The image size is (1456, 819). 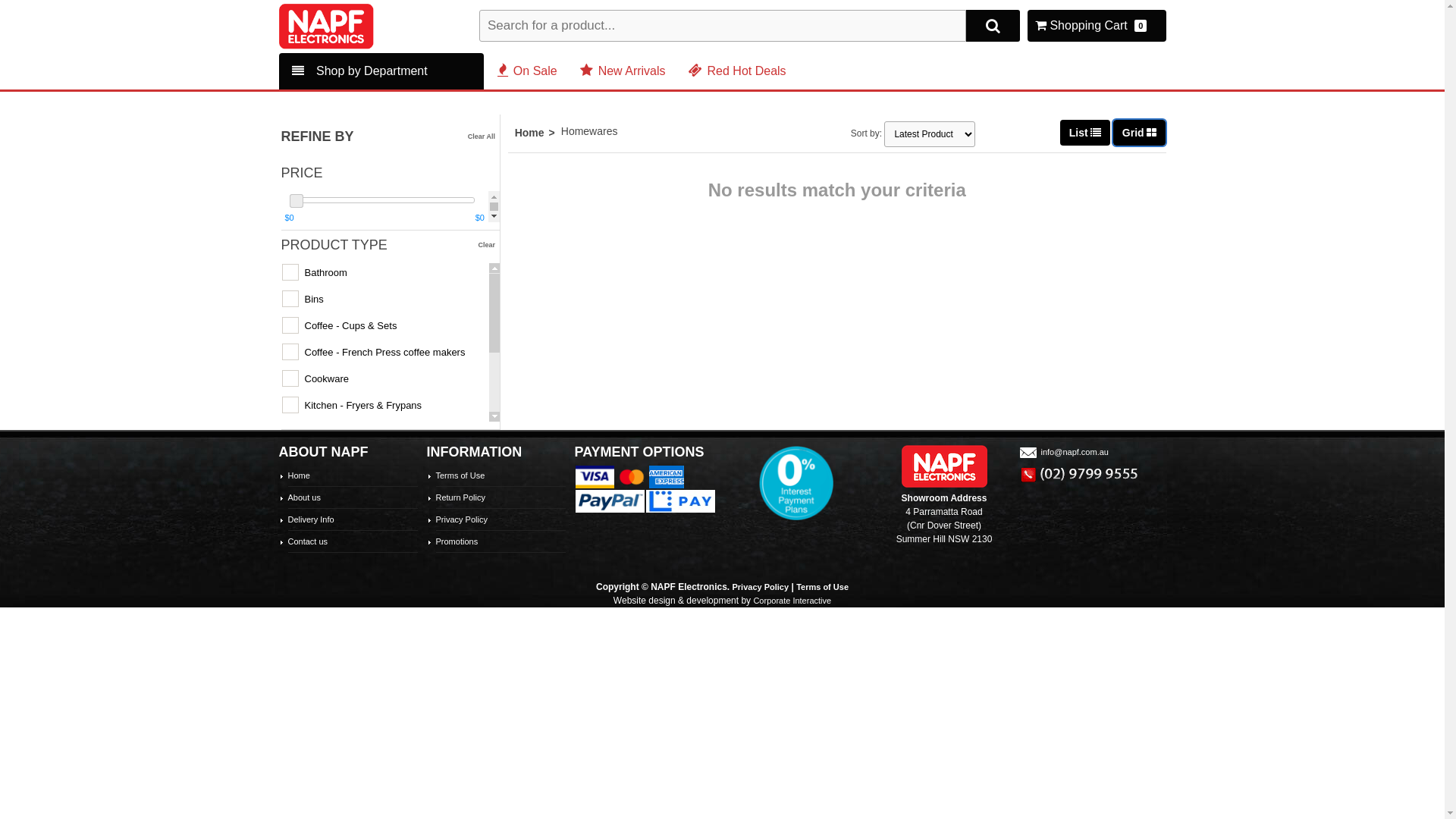 I want to click on 'info@napf.com.au', so click(x=1062, y=451).